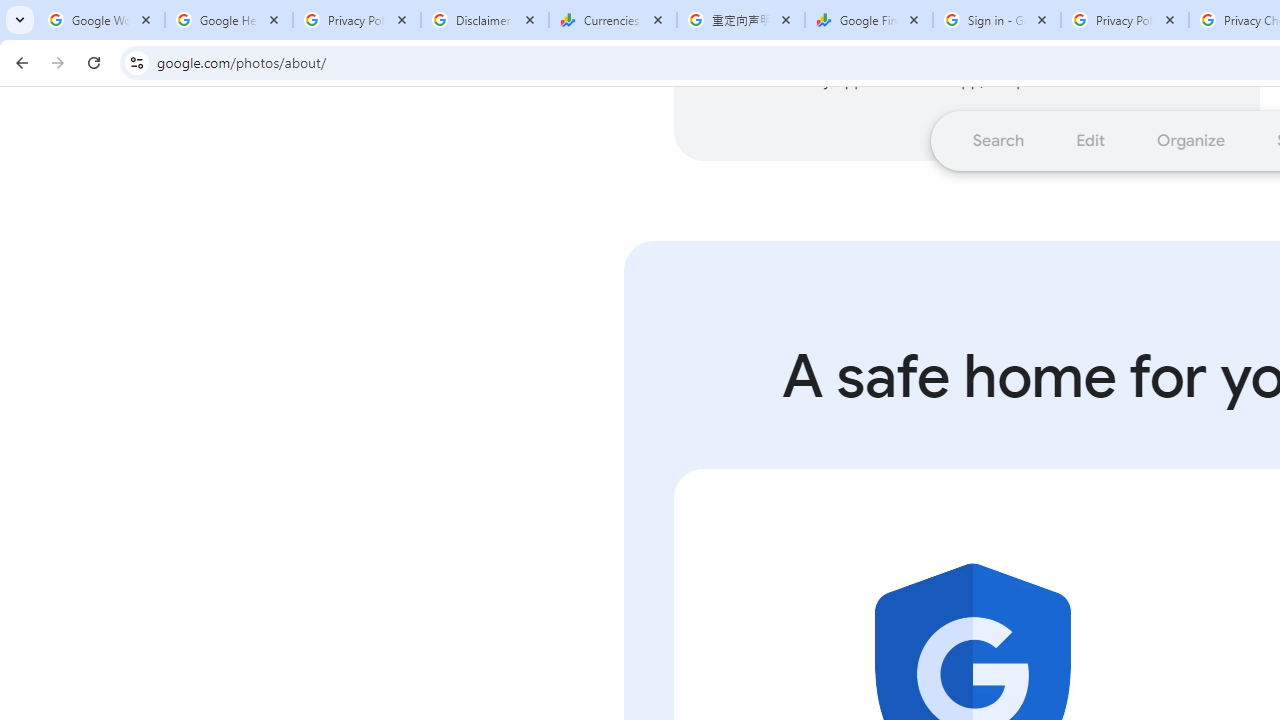 This screenshot has width=1280, height=720. Describe the element at coordinates (100, 20) in the screenshot. I see `'Google Workspace Admin Community'` at that location.